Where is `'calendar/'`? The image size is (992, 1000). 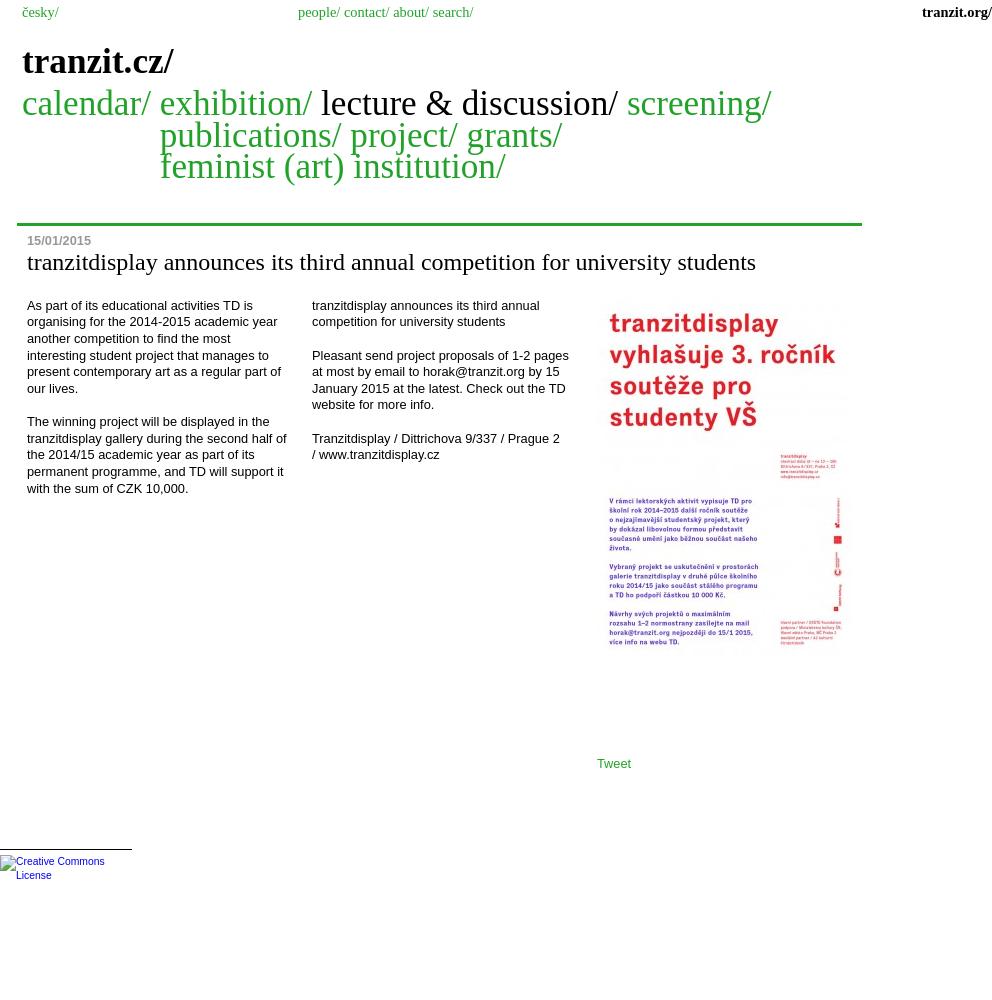 'calendar/' is located at coordinates (89, 102).